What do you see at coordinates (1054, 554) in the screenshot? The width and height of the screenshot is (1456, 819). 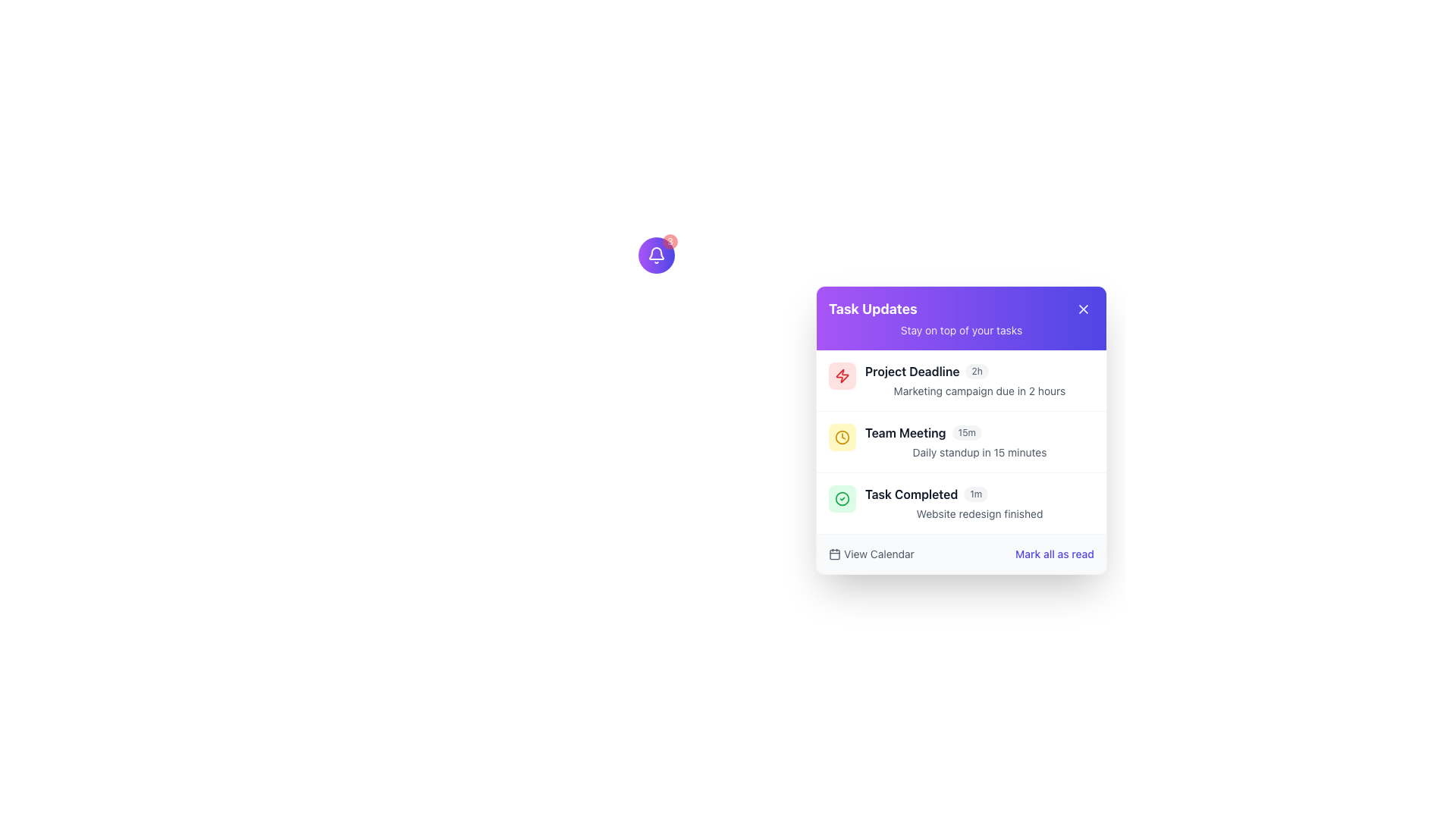 I see `the interactive link at the bottom-right of the 'Task Updates' notification panel to mark all notifications as read` at bounding box center [1054, 554].